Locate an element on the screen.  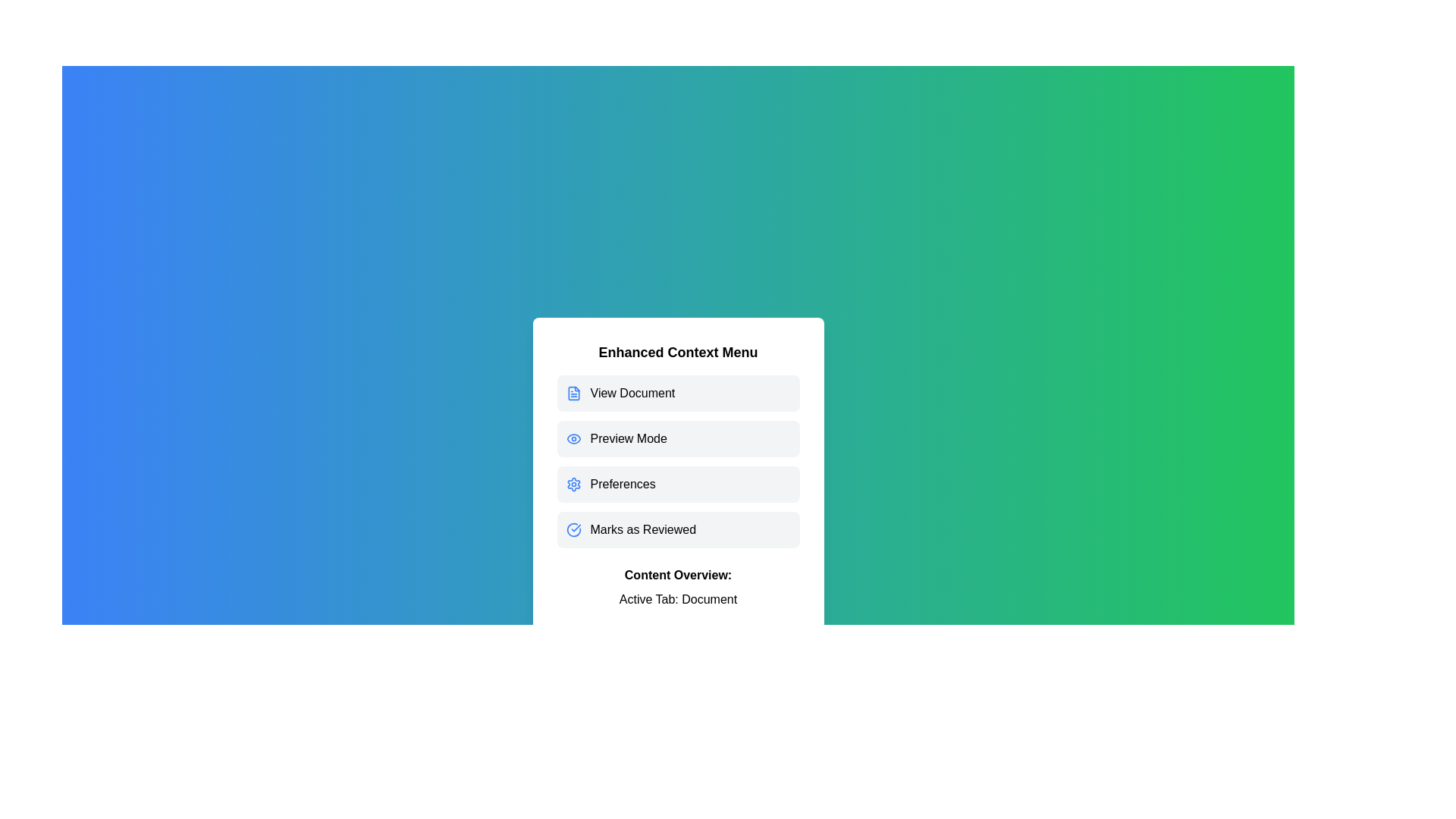
the menu option Preview Mode to inspect its associated icon is located at coordinates (677, 438).